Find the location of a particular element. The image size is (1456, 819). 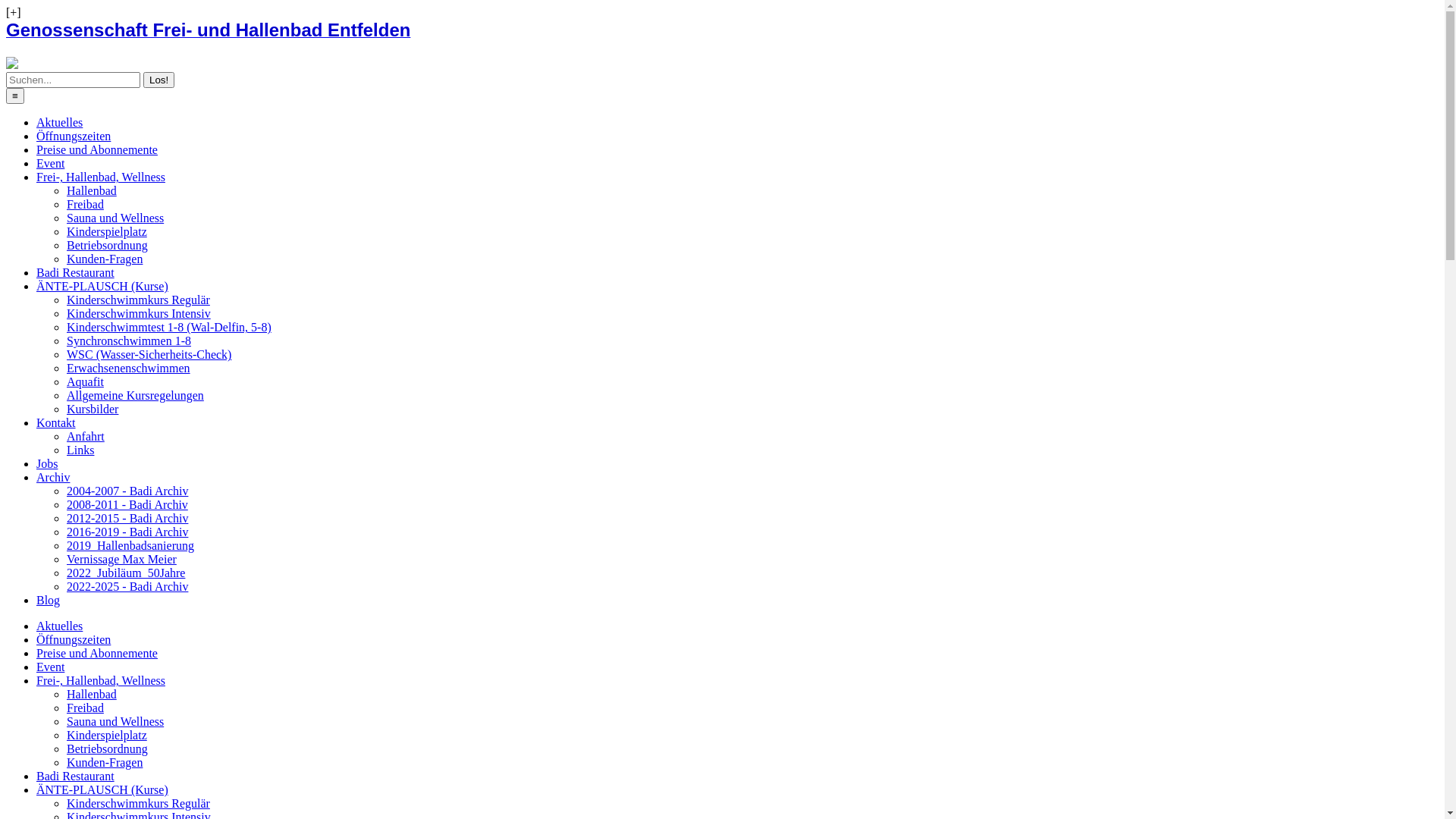

'2022-2025 - Badi Archiv' is located at coordinates (127, 585).